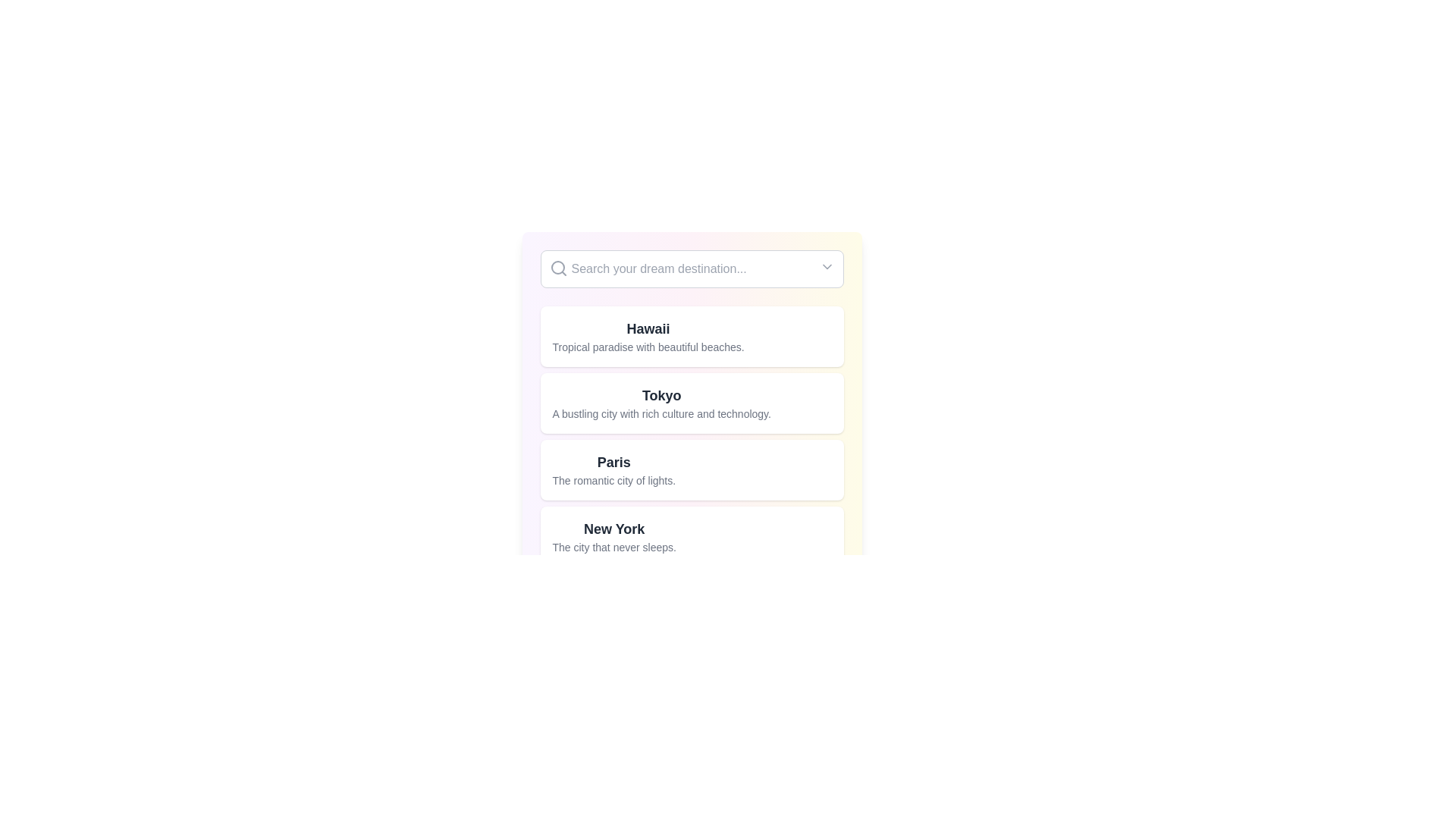  What do you see at coordinates (648, 328) in the screenshot?
I see `the text label displaying 'Hawaii', which is the title of an item in a list interface` at bounding box center [648, 328].